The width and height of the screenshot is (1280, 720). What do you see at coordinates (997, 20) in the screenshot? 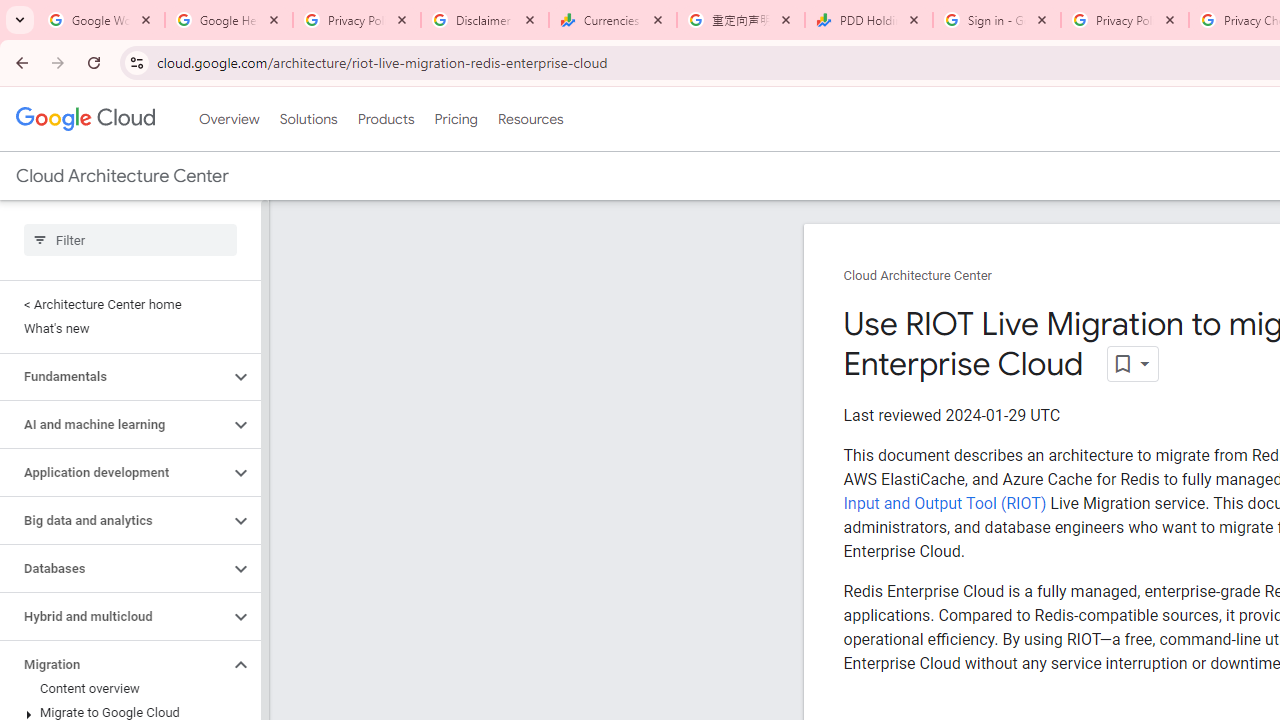
I see `'Sign in - Google Accounts'` at bounding box center [997, 20].